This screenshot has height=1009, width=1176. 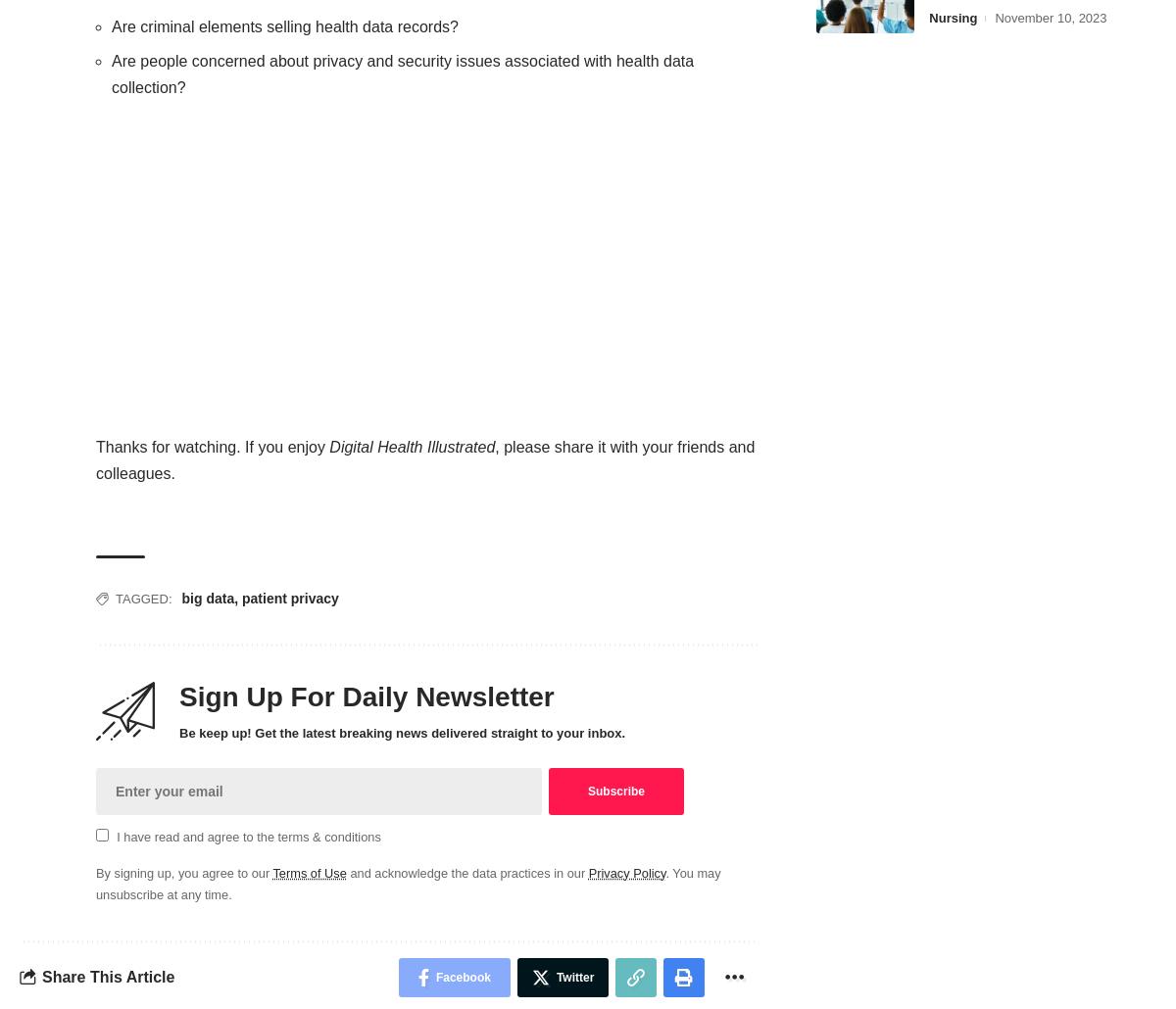 I want to click on 'big data', so click(x=207, y=597).